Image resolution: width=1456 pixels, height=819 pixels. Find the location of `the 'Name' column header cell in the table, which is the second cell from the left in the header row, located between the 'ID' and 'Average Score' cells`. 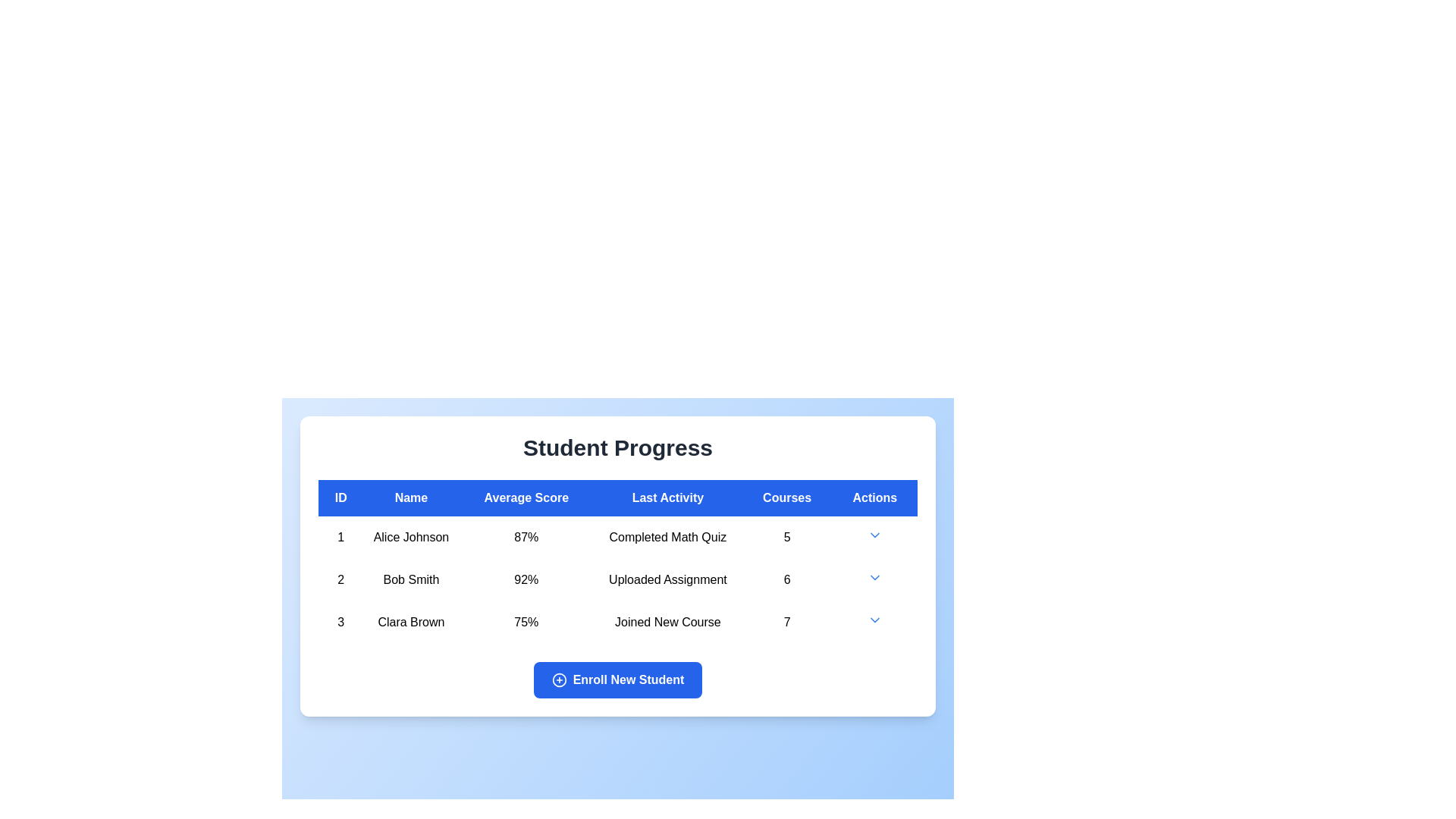

the 'Name' column header cell in the table, which is the second cell from the left in the header row, located between the 'ID' and 'Average Score' cells is located at coordinates (411, 497).